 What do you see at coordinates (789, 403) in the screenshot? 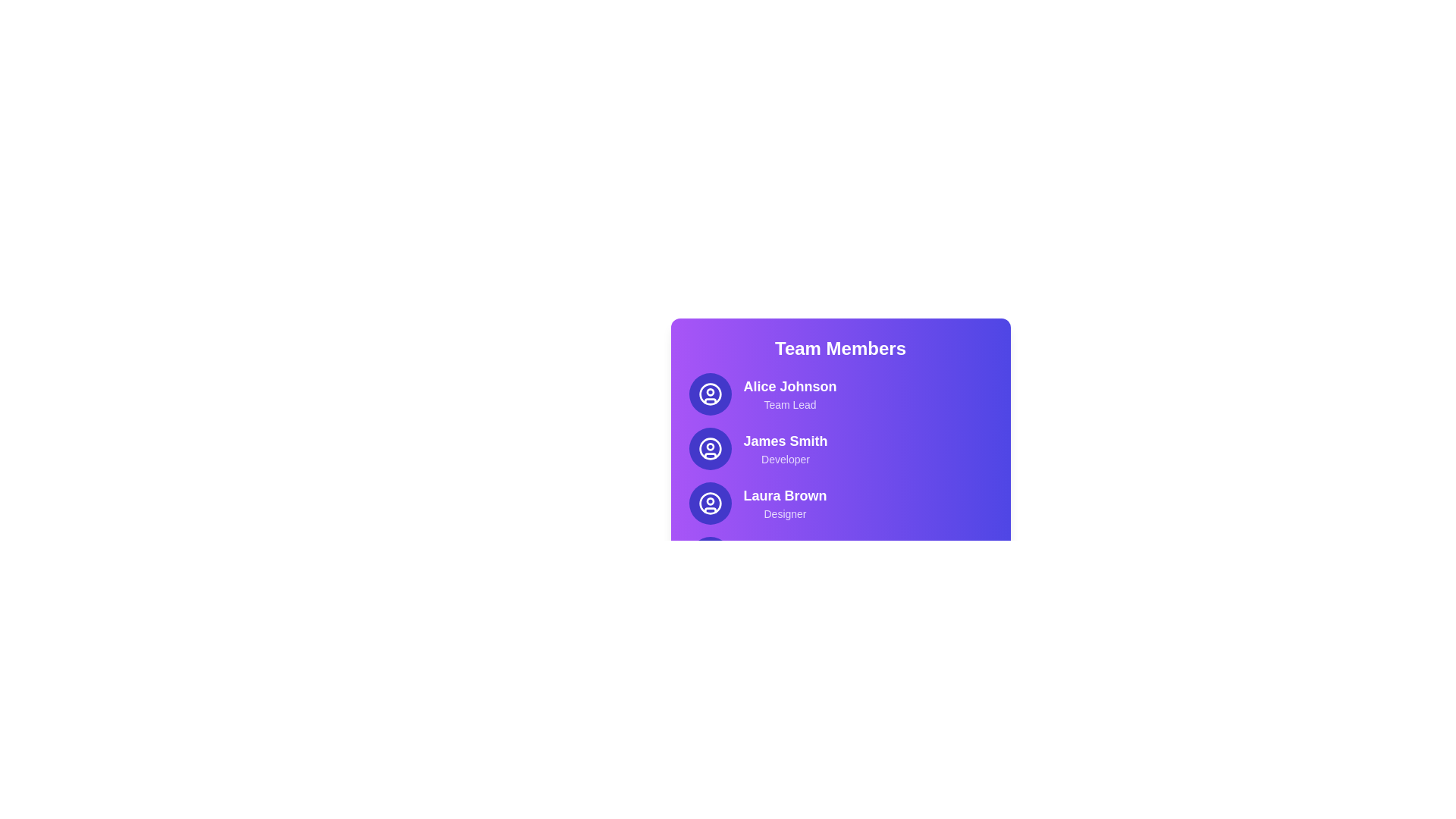
I see `the text label that serves as a role descriptor for 'Alice Johnson', located directly beneath her name in the team members list` at bounding box center [789, 403].